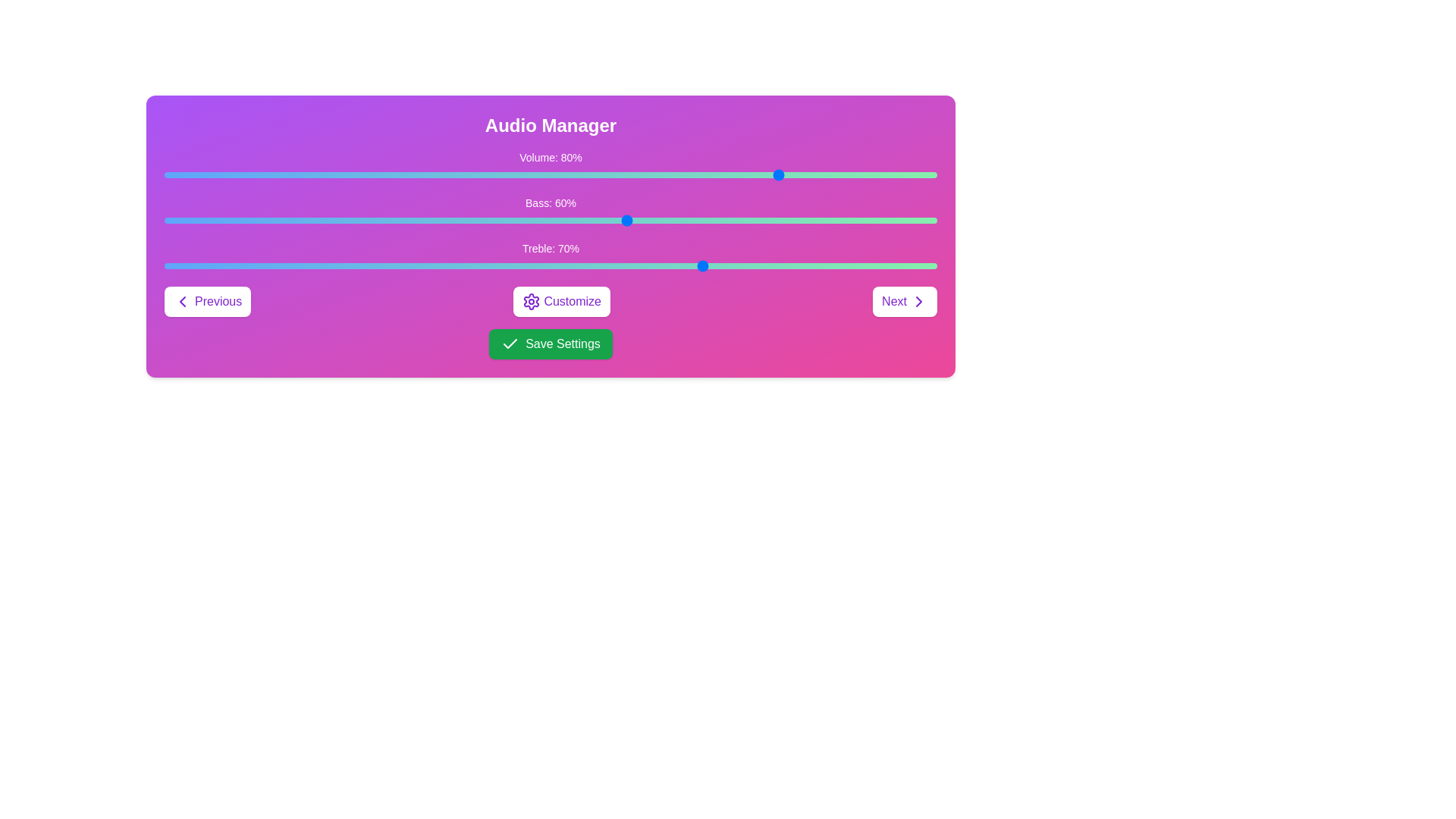 This screenshot has height=819, width=1456. Describe the element at coordinates (207, 301) in the screenshot. I see `the navigation button located in the bottom-left corner of the card to go to the previous page or step` at that location.